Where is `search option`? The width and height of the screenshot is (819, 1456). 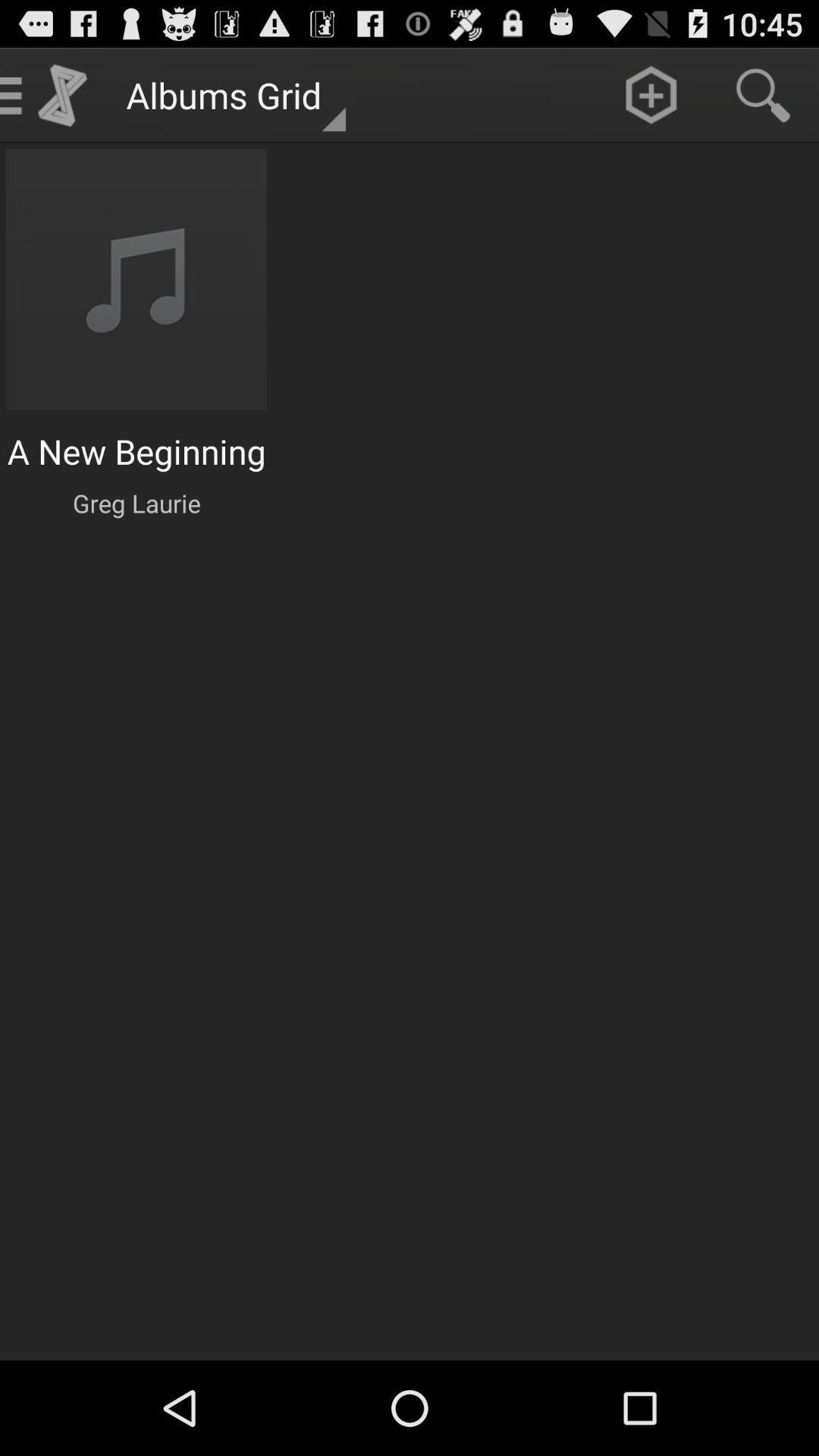 search option is located at coordinates (763, 94).